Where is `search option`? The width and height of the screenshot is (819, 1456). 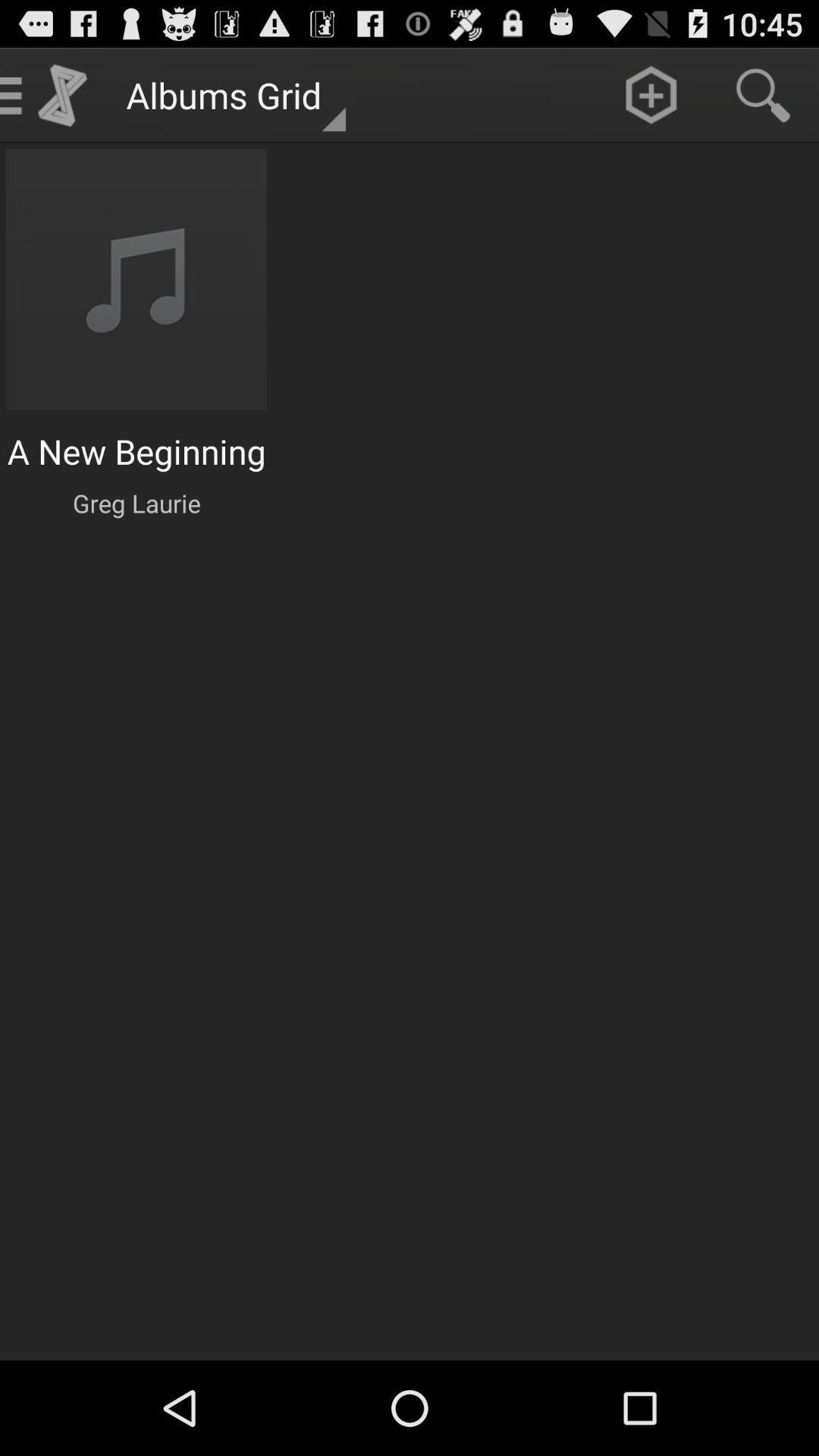 search option is located at coordinates (763, 94).